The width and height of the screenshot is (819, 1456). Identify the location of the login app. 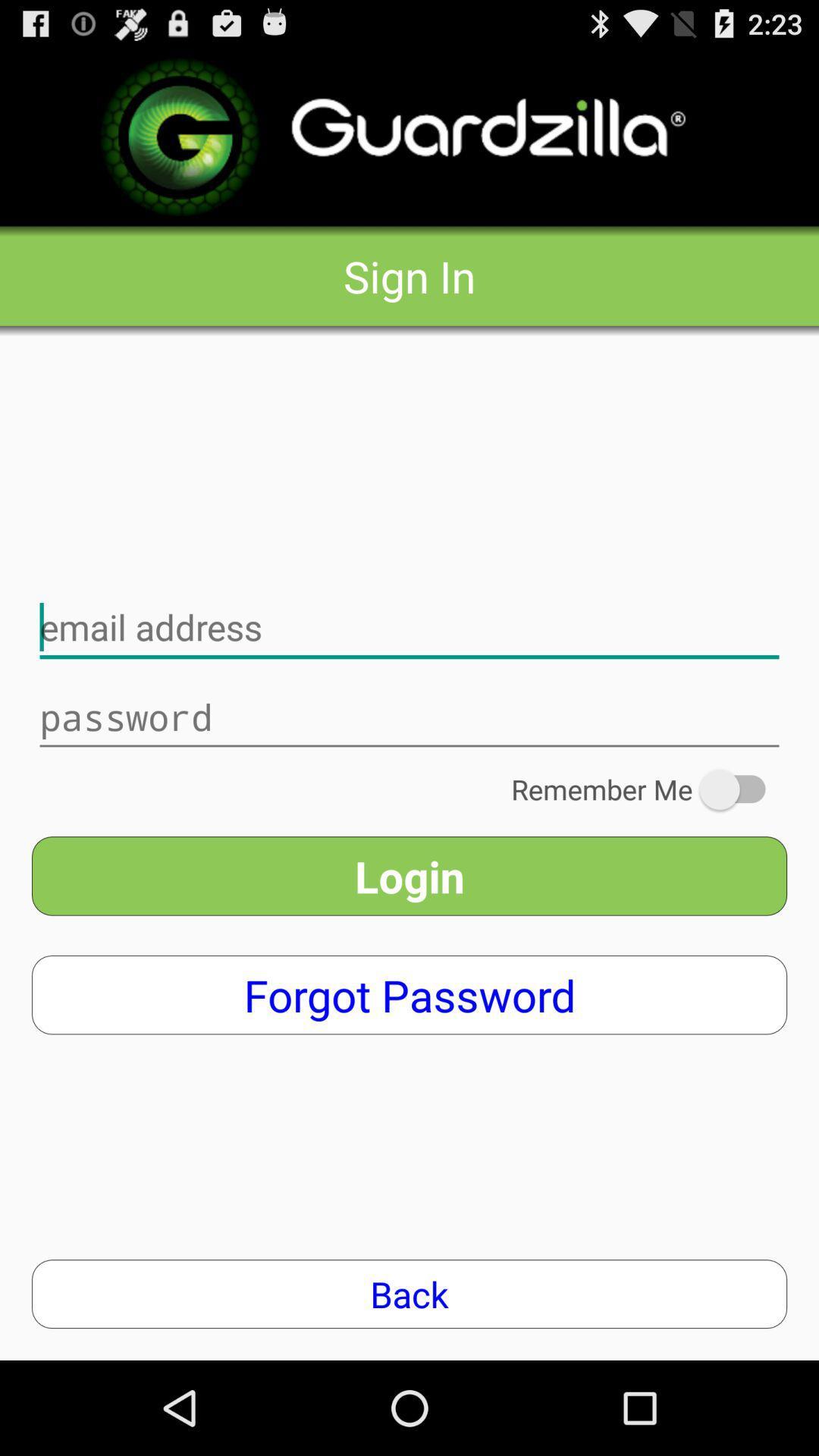
(409, 876).